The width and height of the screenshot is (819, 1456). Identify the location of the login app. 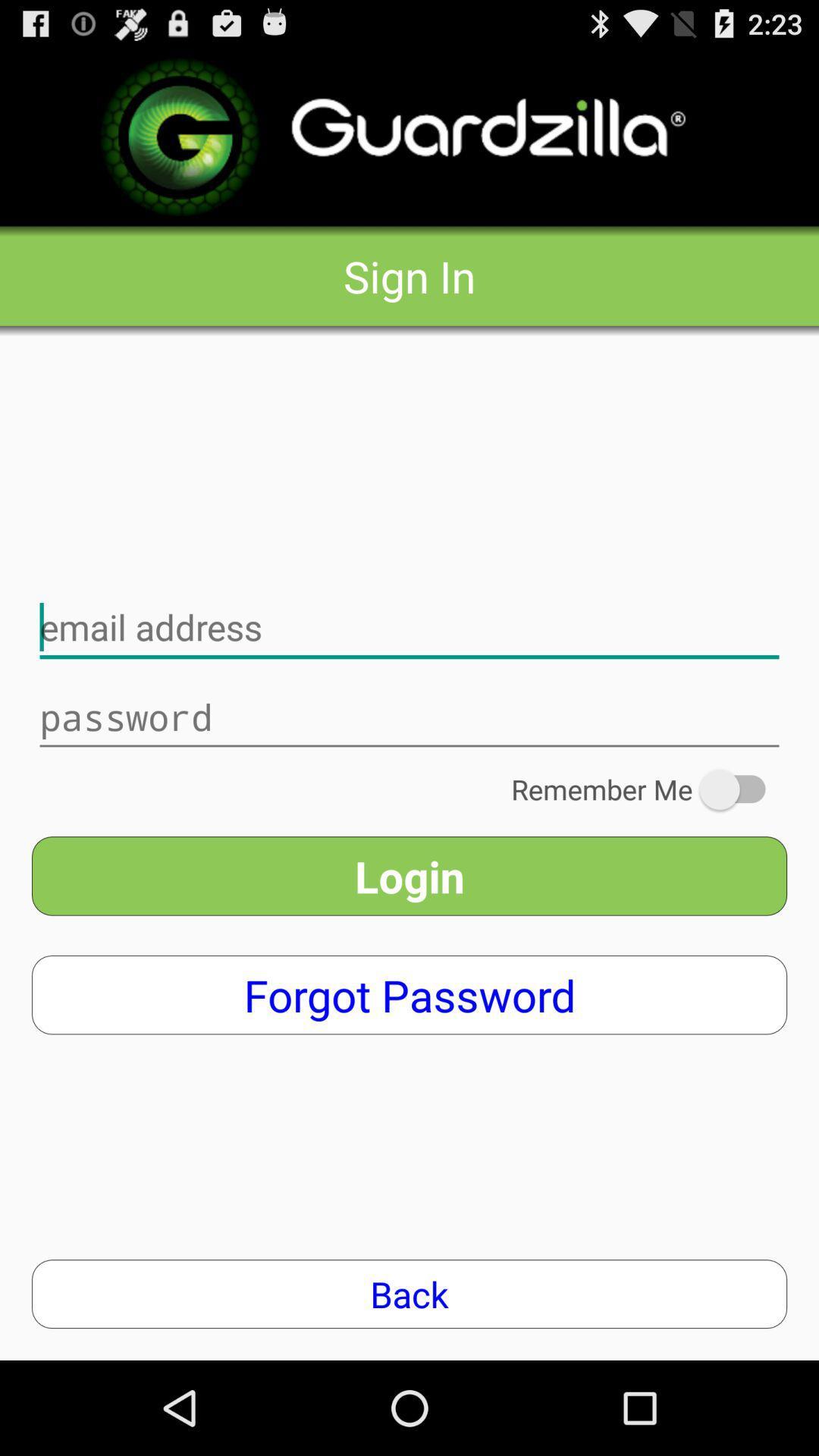
(409, 876).